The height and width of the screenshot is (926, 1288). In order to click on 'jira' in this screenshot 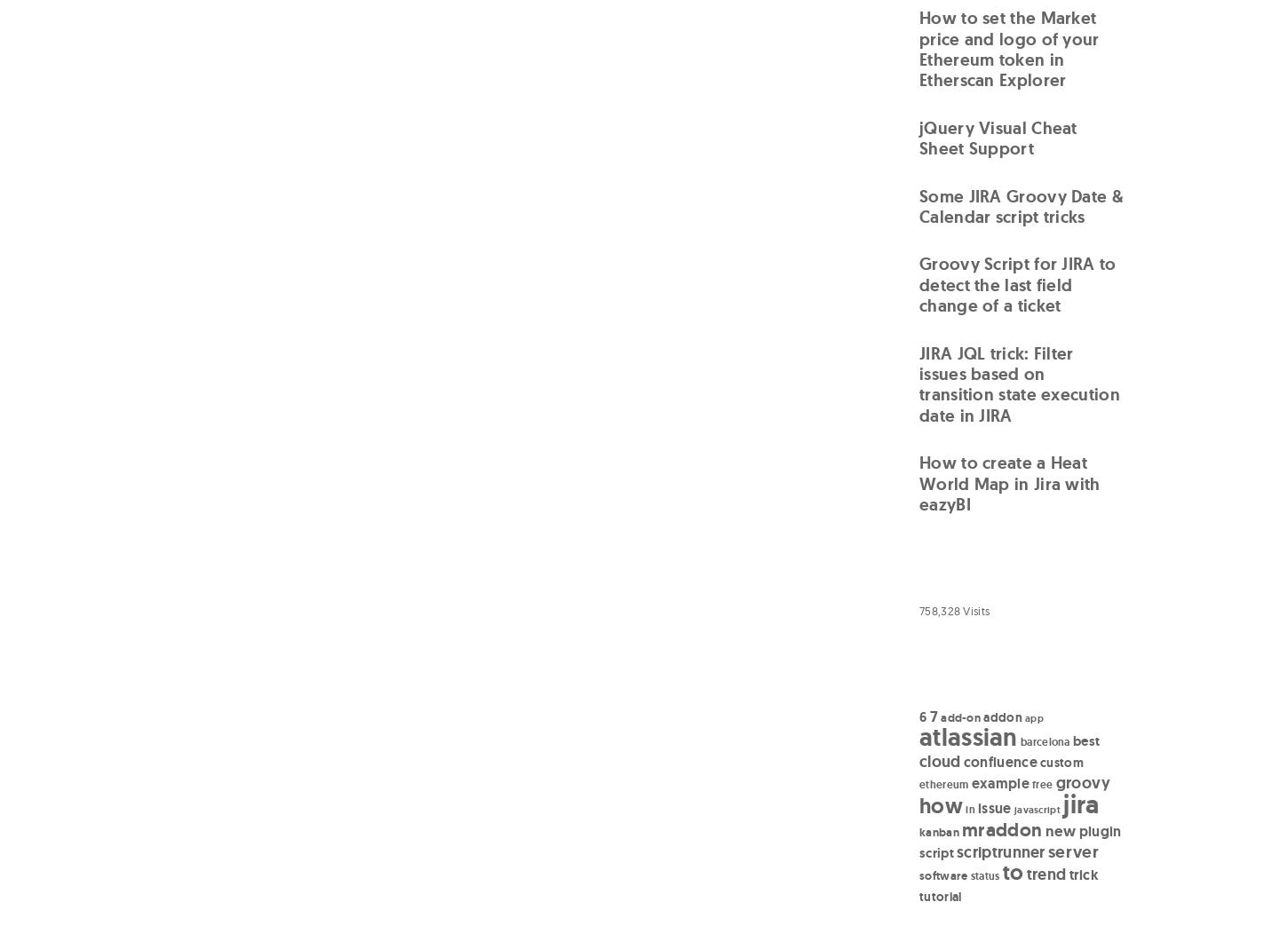, I will do `click(1080, 803)`.